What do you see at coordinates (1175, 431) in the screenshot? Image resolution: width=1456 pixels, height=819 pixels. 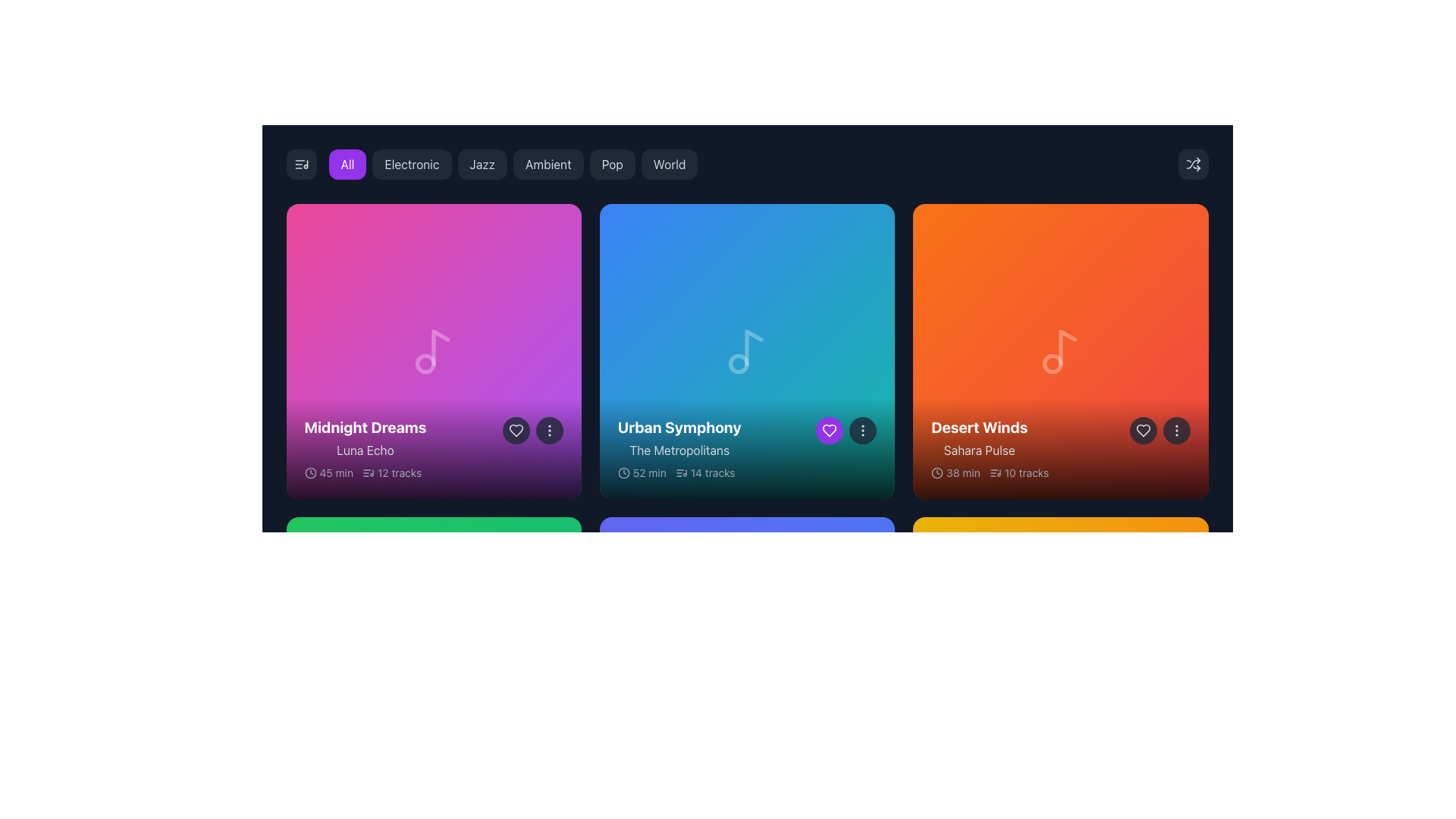 I see `the button located at the bottom-right corner of the 'Desert Winds' card` at bounding box center [1175, 431].